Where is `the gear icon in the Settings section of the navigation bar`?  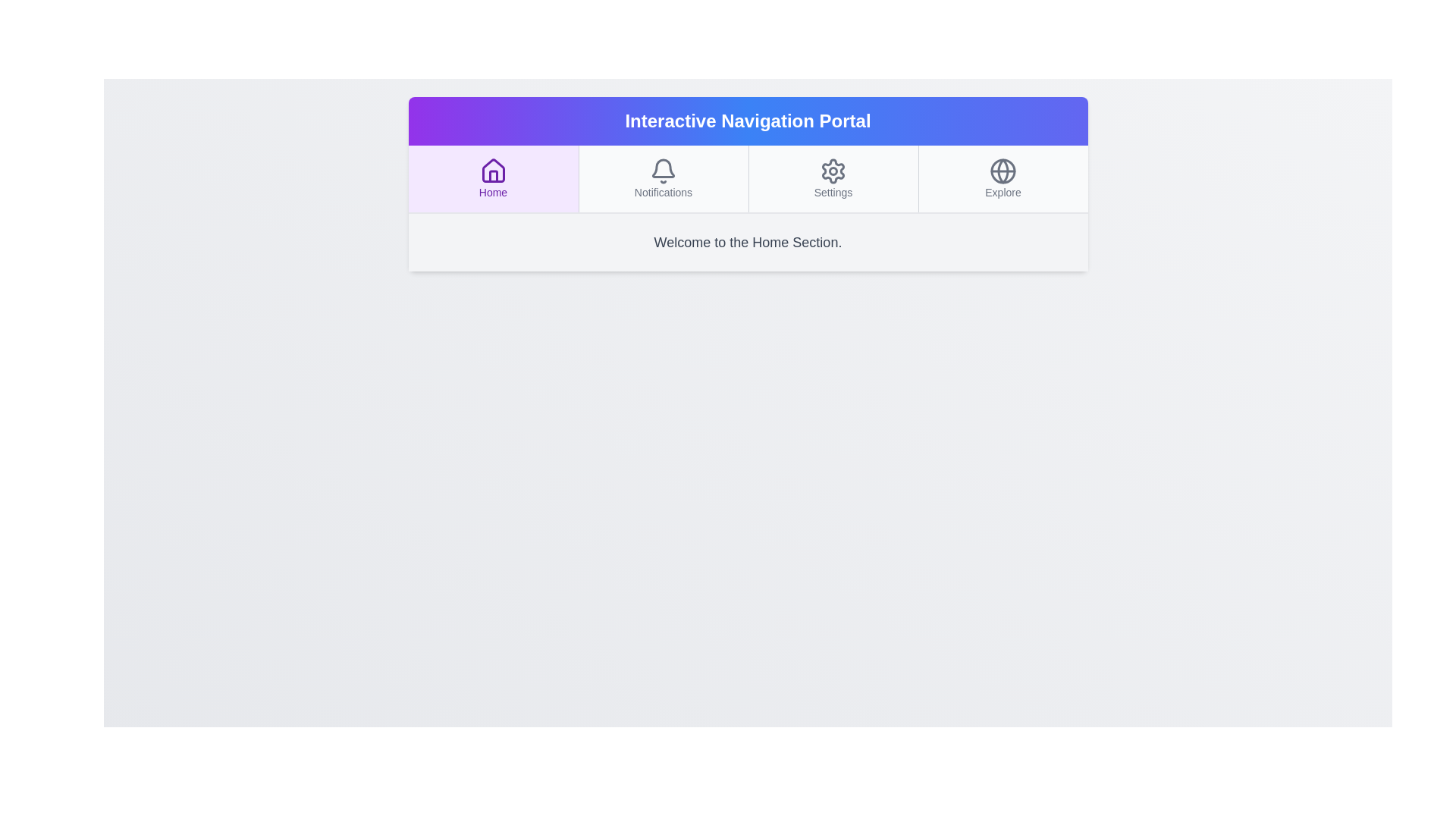 the gear icon in the Settings section of the navigation bar is located at coordinates (833, 171).